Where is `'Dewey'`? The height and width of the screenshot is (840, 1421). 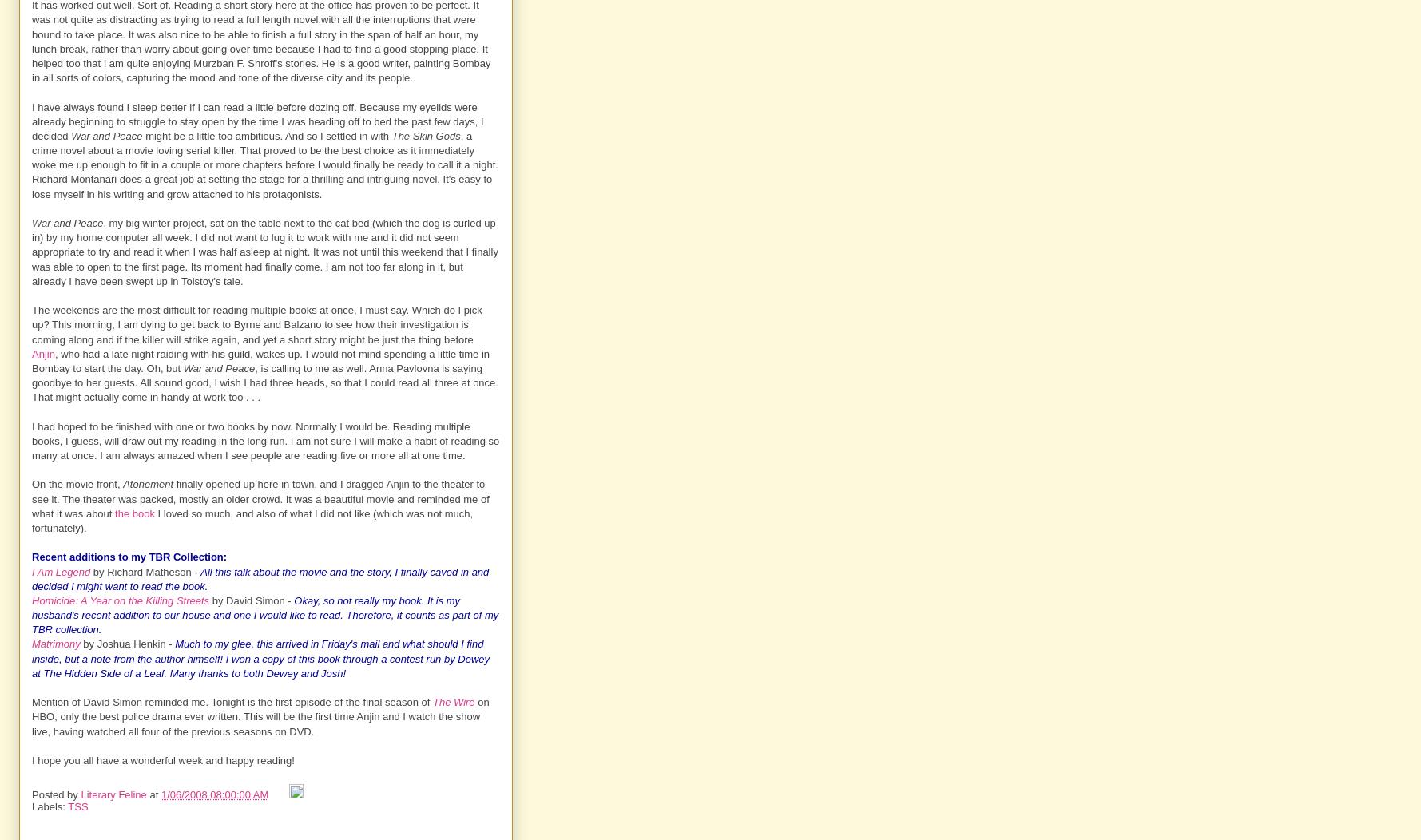
'Dewey' is located at coordinates (473, 658).